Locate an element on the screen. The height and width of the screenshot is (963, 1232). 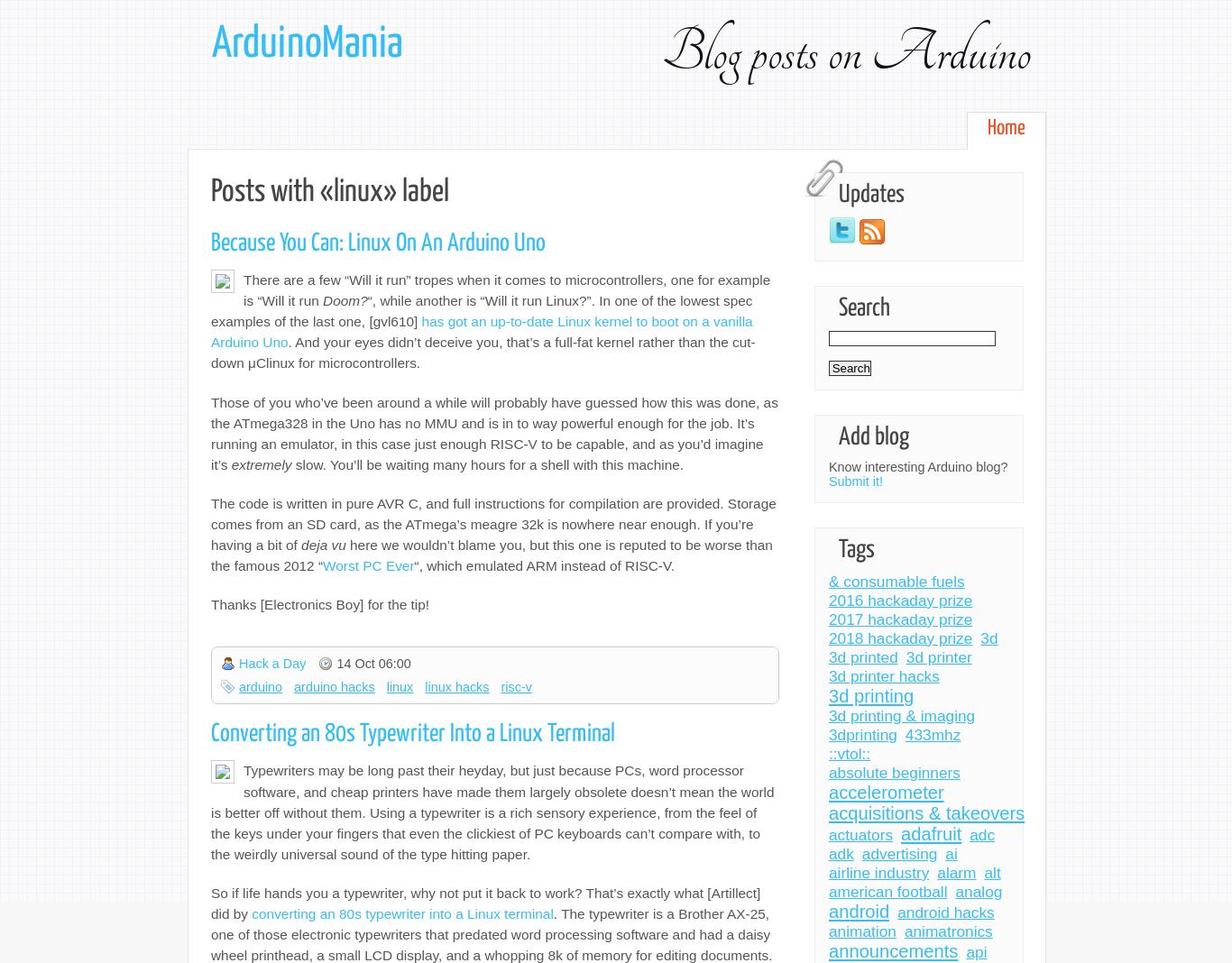
'advertising' is located at coordinates (899, 853).